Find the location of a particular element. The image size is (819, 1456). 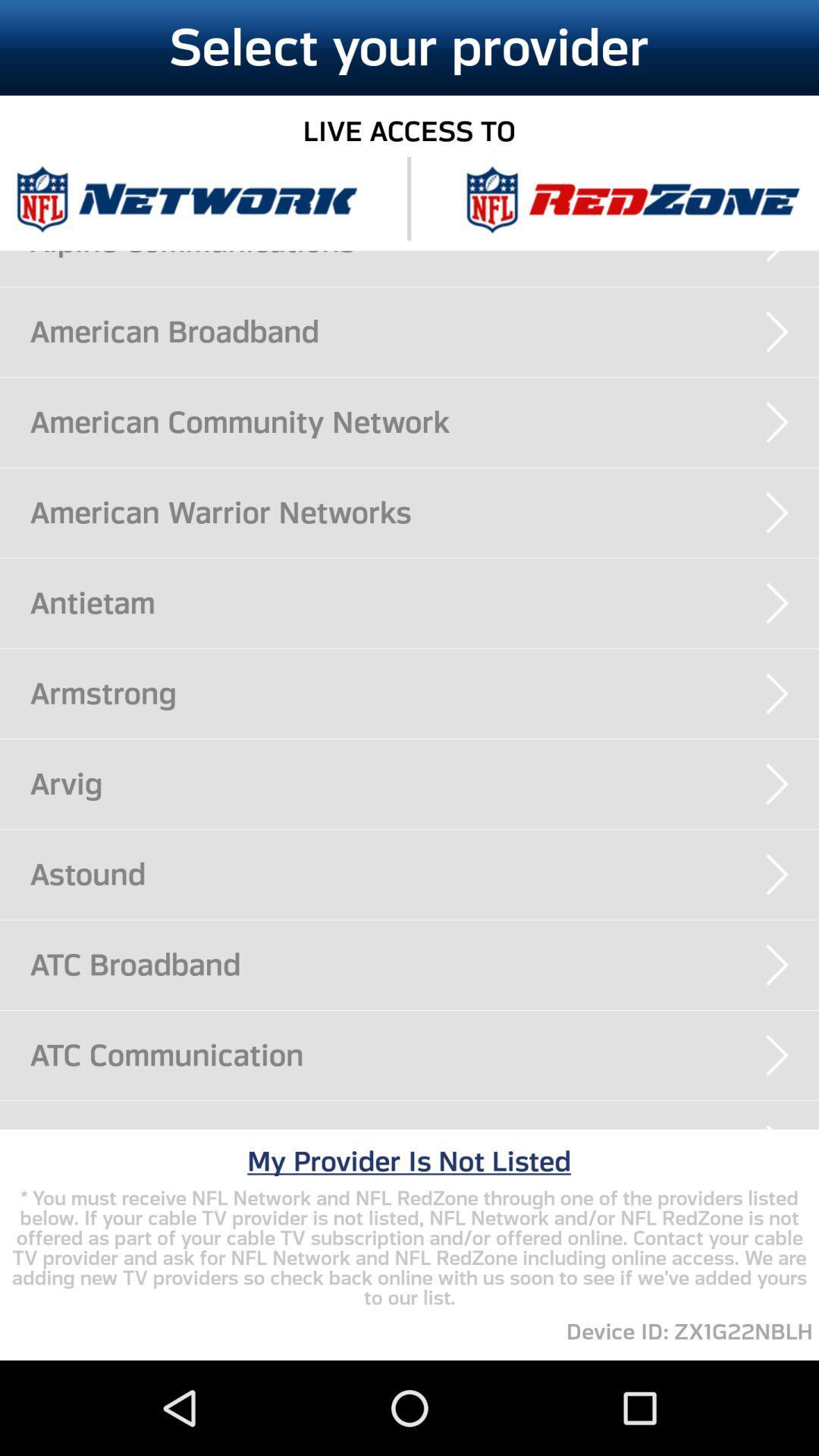

atc communication is located at coordinates (424, 1054).